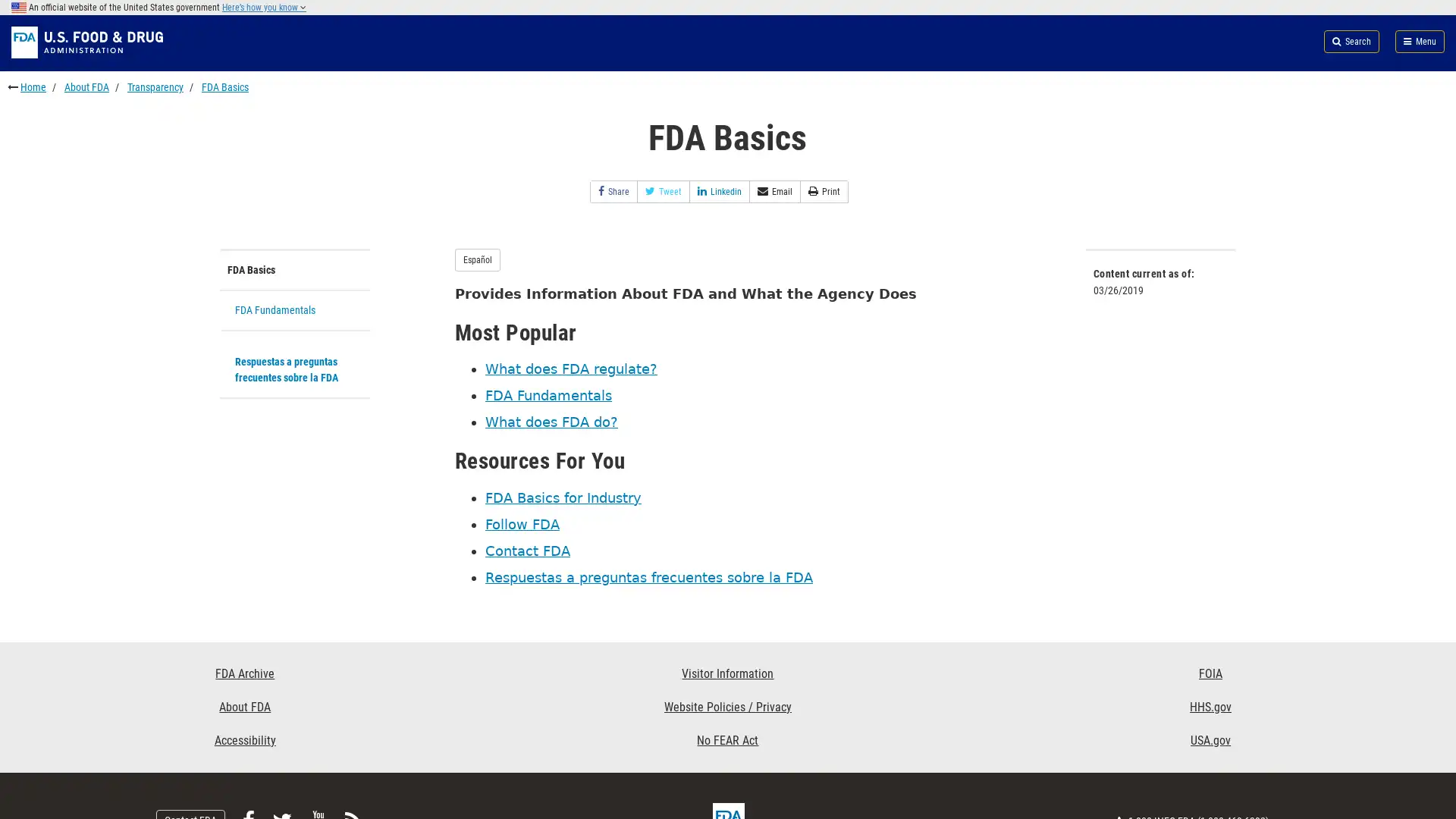 The height and width of the screenshot is (819, 1456). I want to click on Search, so click(1429, 26).